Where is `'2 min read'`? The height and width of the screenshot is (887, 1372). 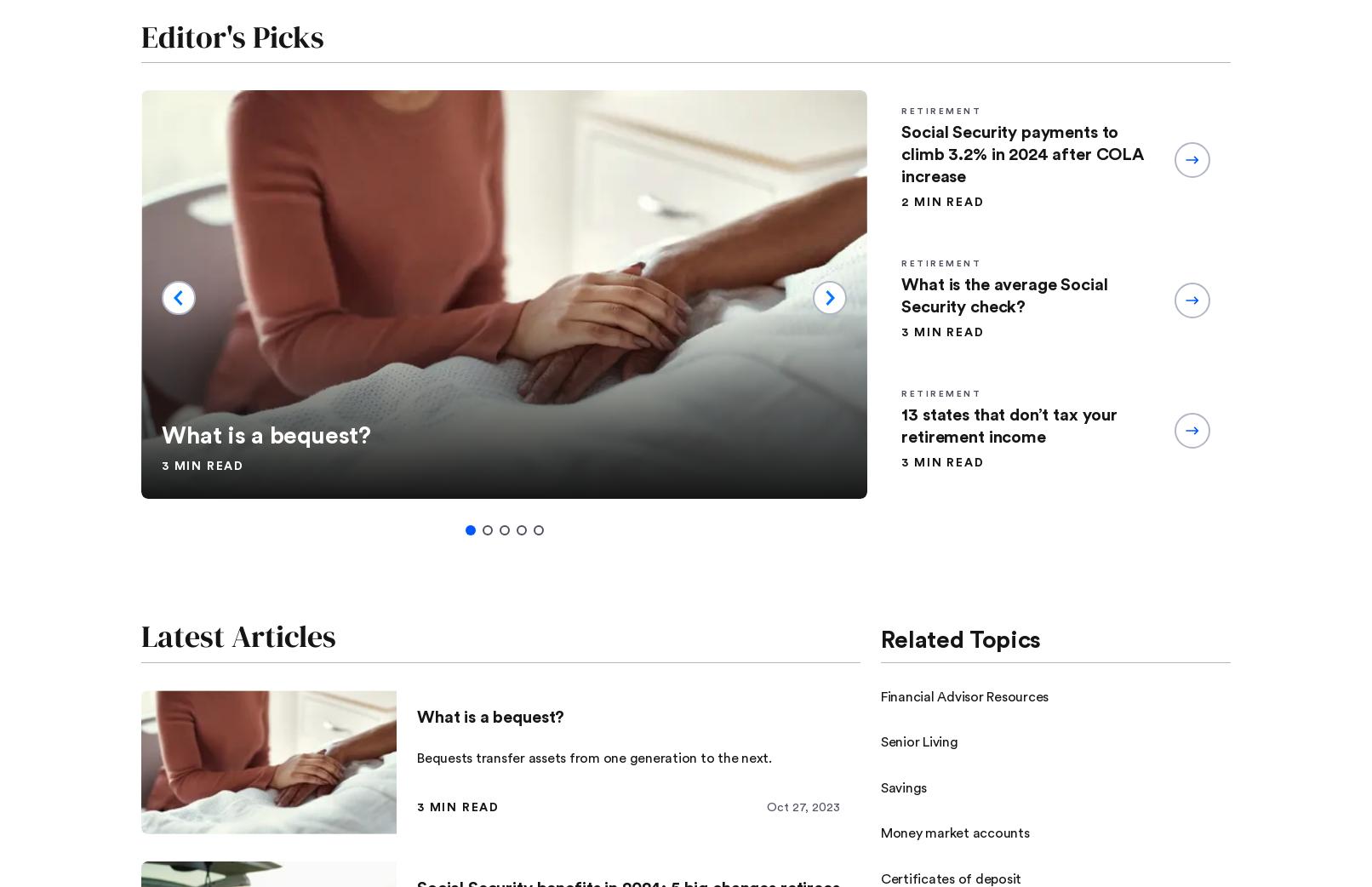
'2 min read' is located at coordinates (942, 201).